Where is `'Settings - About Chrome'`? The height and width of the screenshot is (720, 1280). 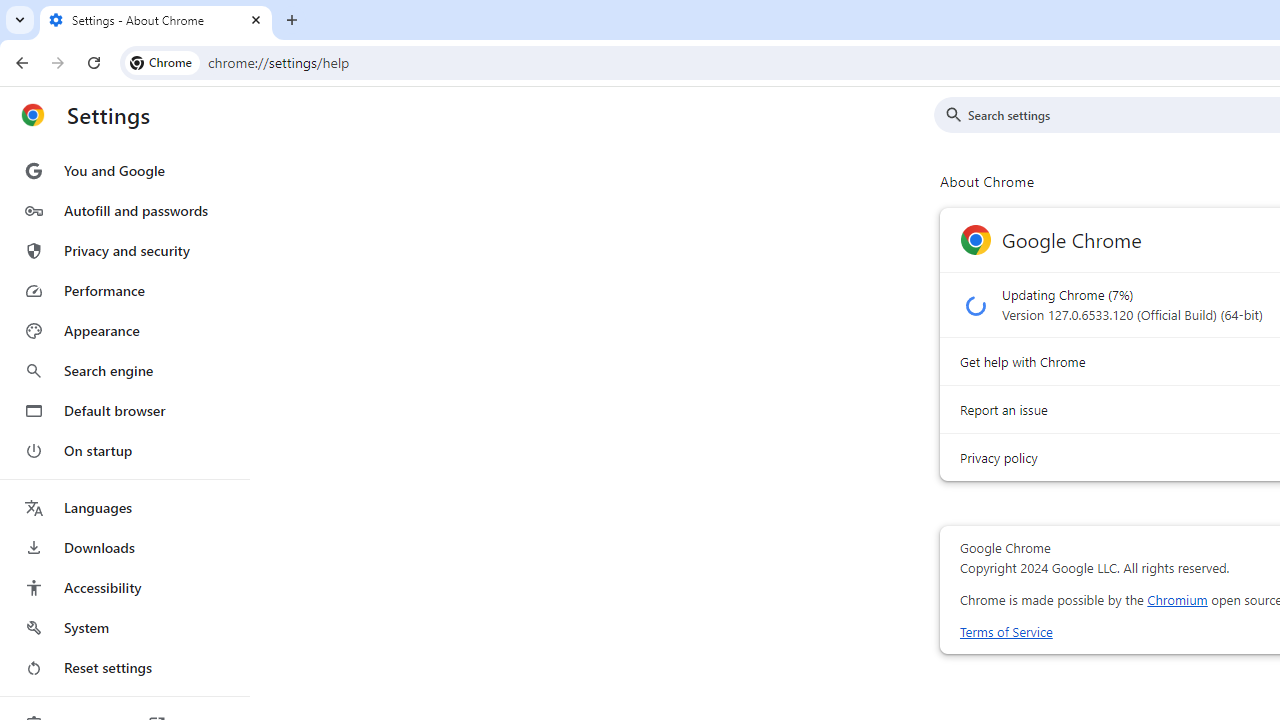 'Settings - About Chrome' is located at coordinates (155, 20).